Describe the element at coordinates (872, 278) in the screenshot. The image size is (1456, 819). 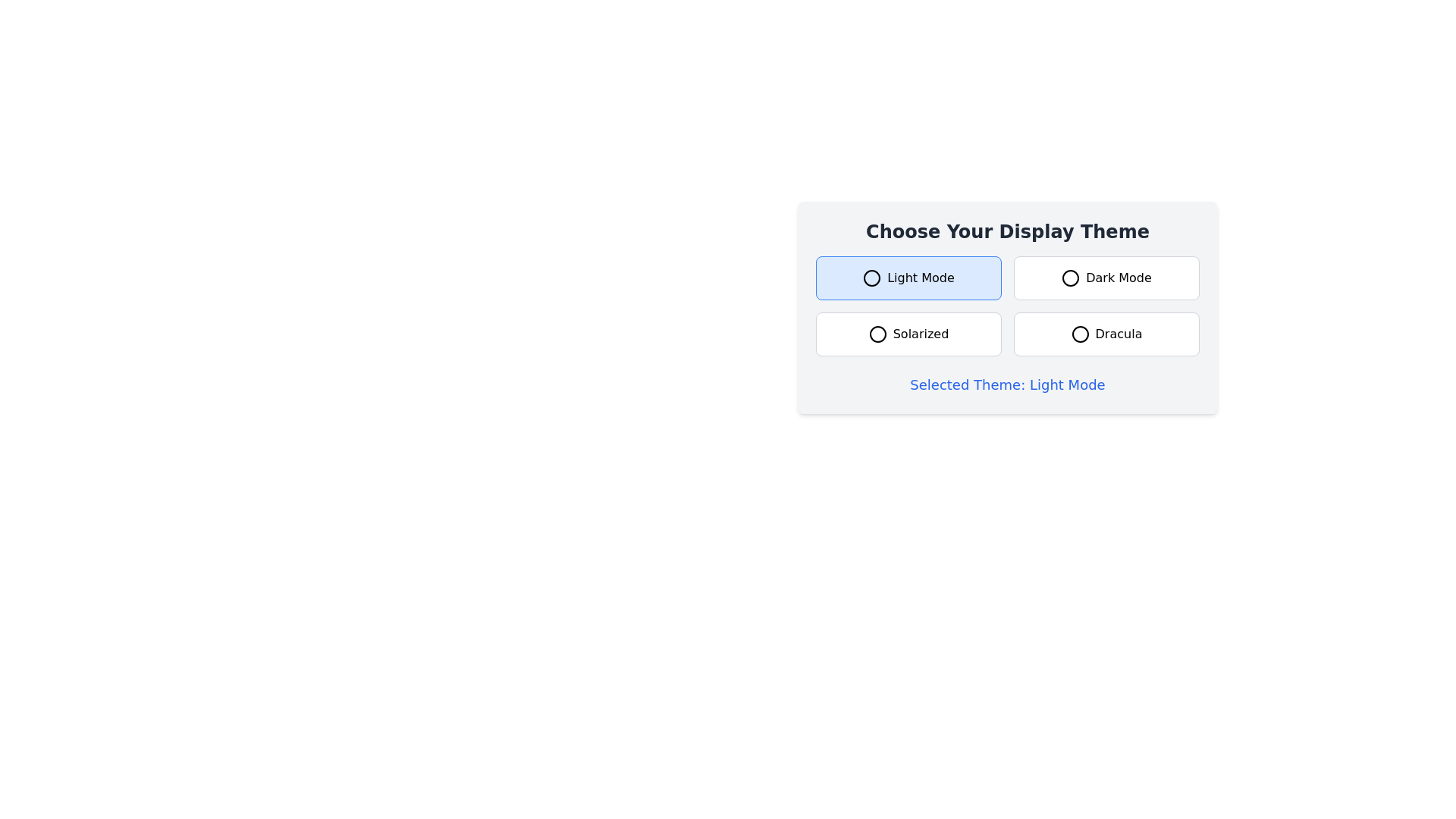
I see `the circular icon indicator located within the 'Light Mode' button` at that location.